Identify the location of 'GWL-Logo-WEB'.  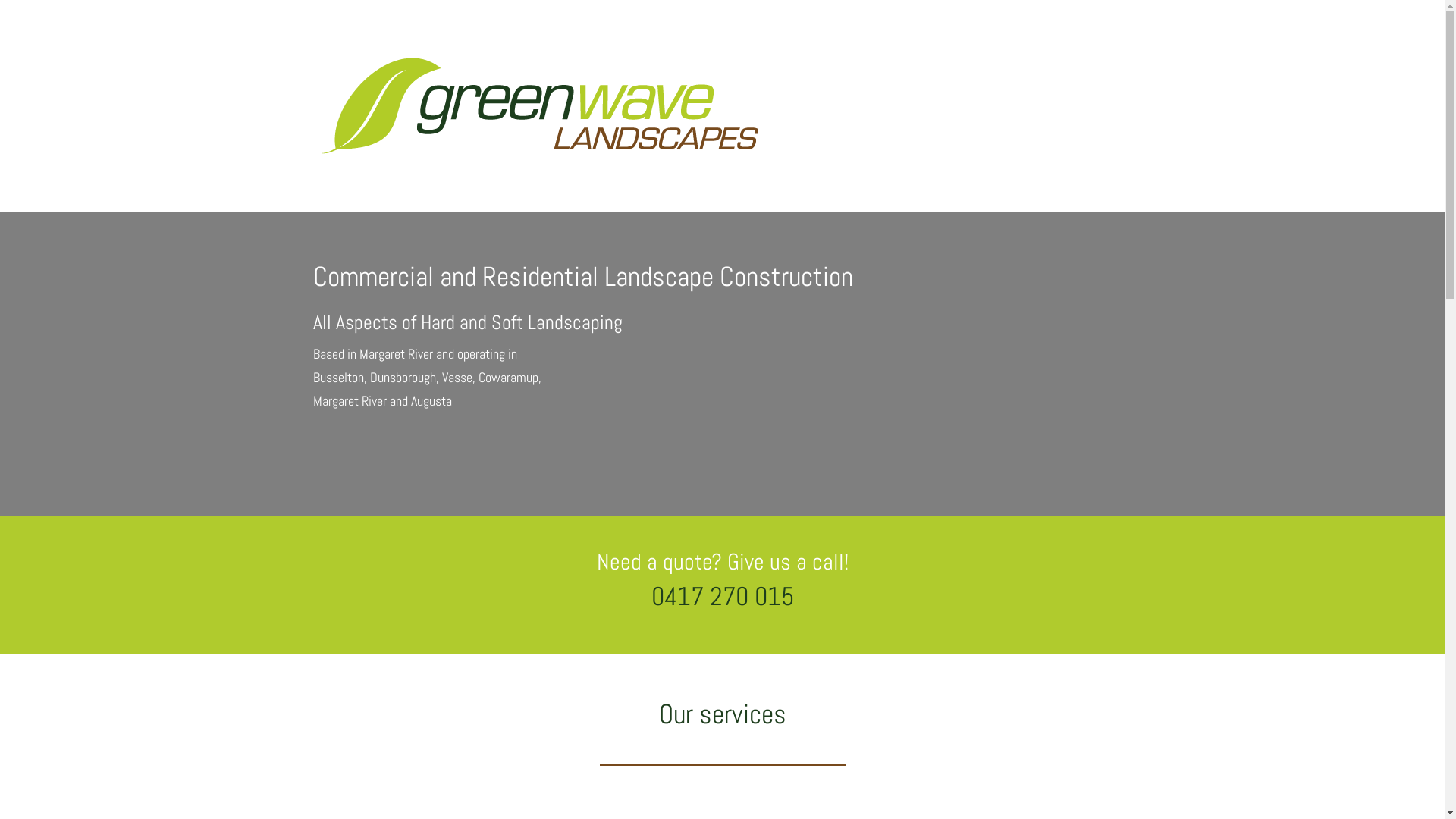
(539, 105).